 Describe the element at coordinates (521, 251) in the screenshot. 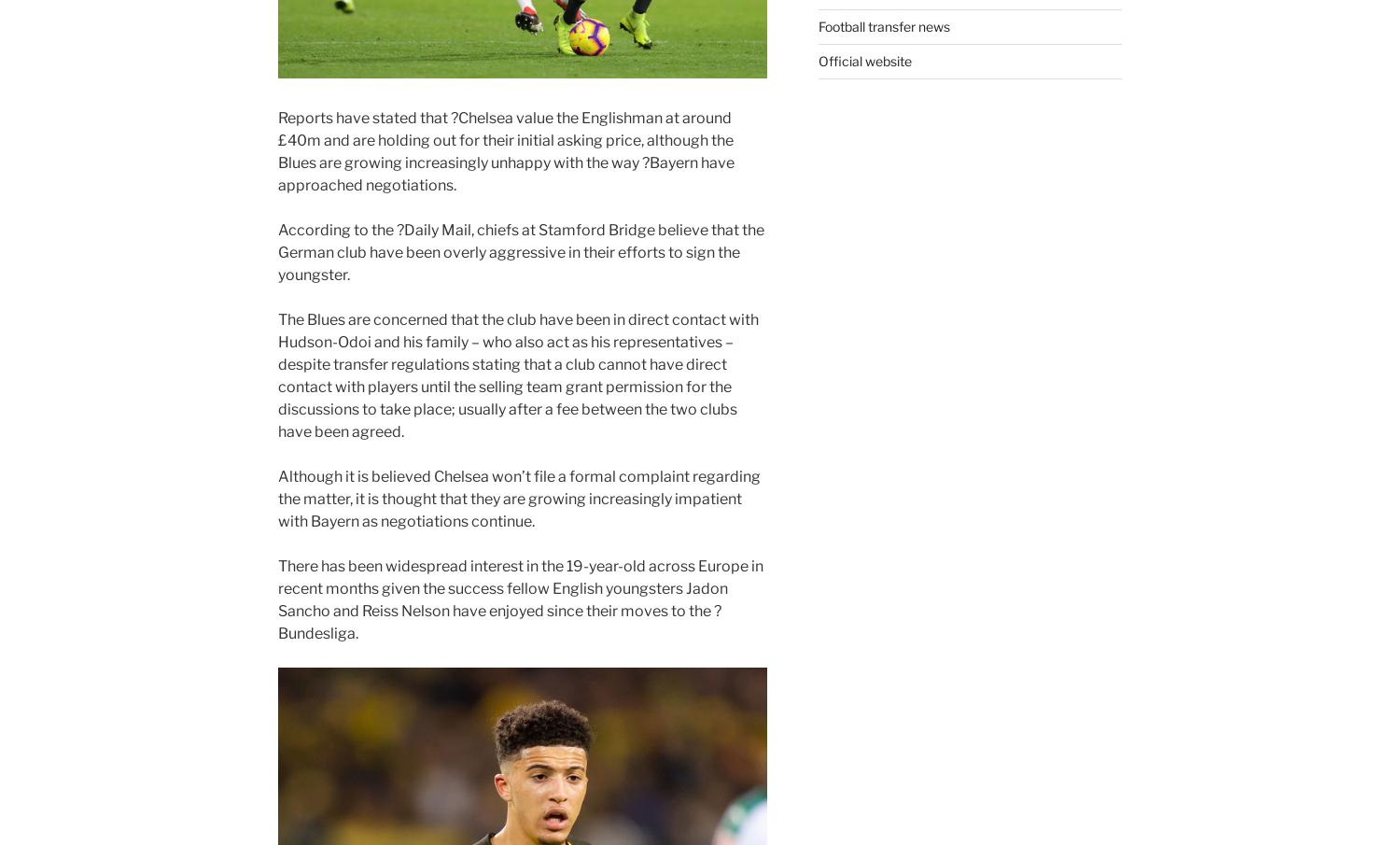

I see `', chiefs at Stamford Bridge believe that the German club have been overly aggressive in their efforts to sign the youngster.'` at that location.